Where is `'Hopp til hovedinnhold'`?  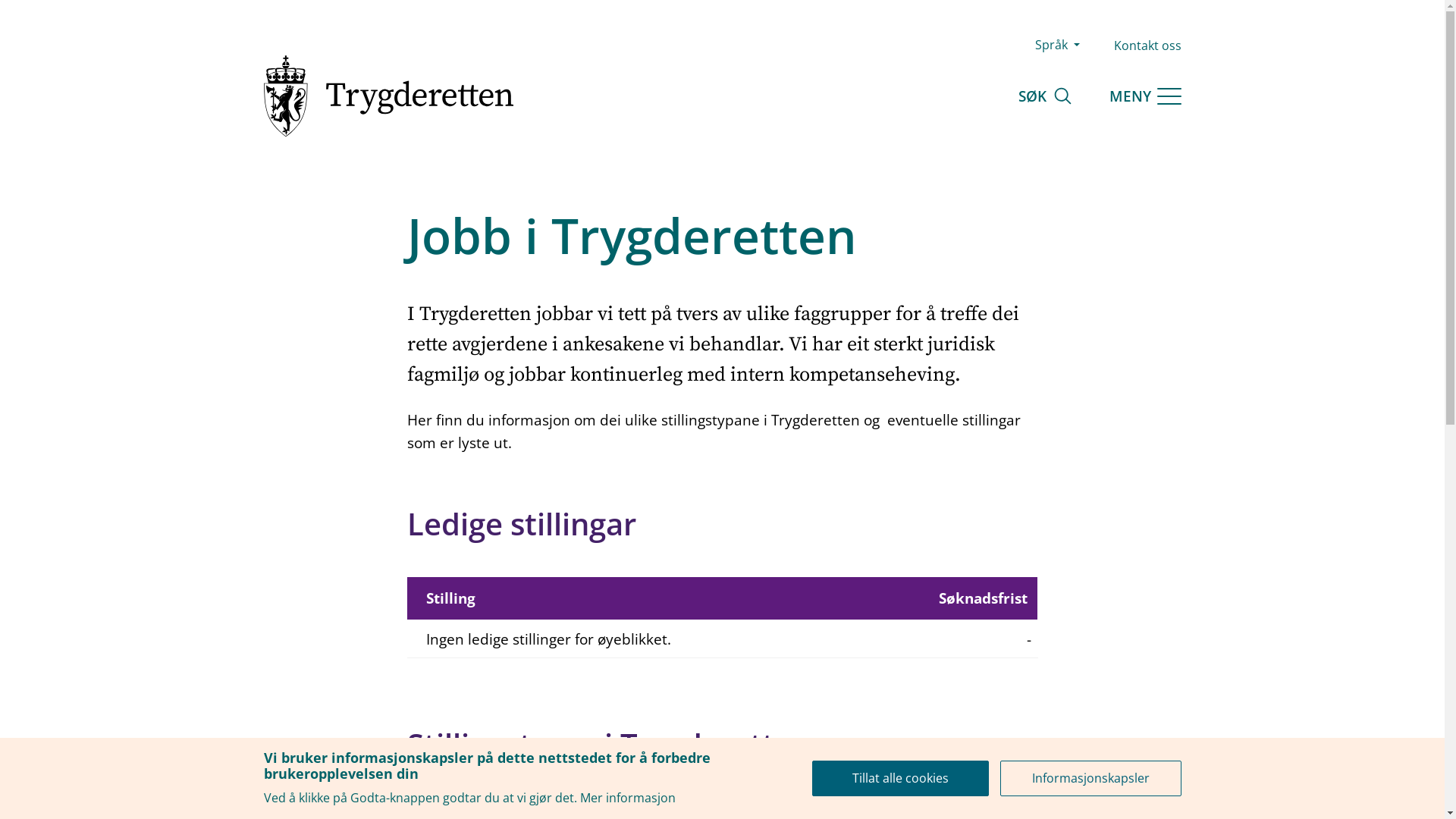
'Hopp til hovedinnhold' is located at coordinates (0, 0).